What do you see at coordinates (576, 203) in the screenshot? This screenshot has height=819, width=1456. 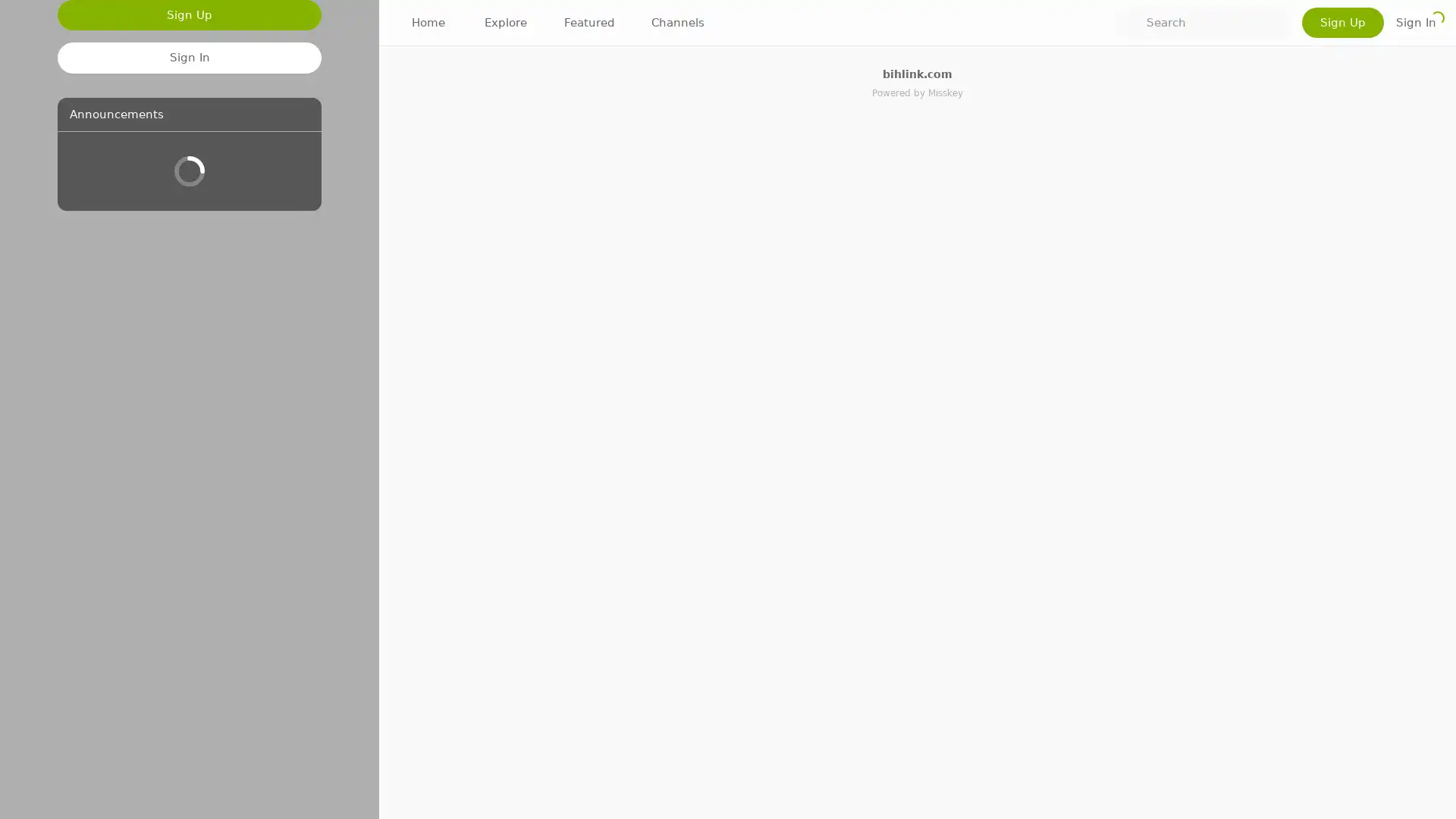 I see `+` at bounding box center [576, 203].